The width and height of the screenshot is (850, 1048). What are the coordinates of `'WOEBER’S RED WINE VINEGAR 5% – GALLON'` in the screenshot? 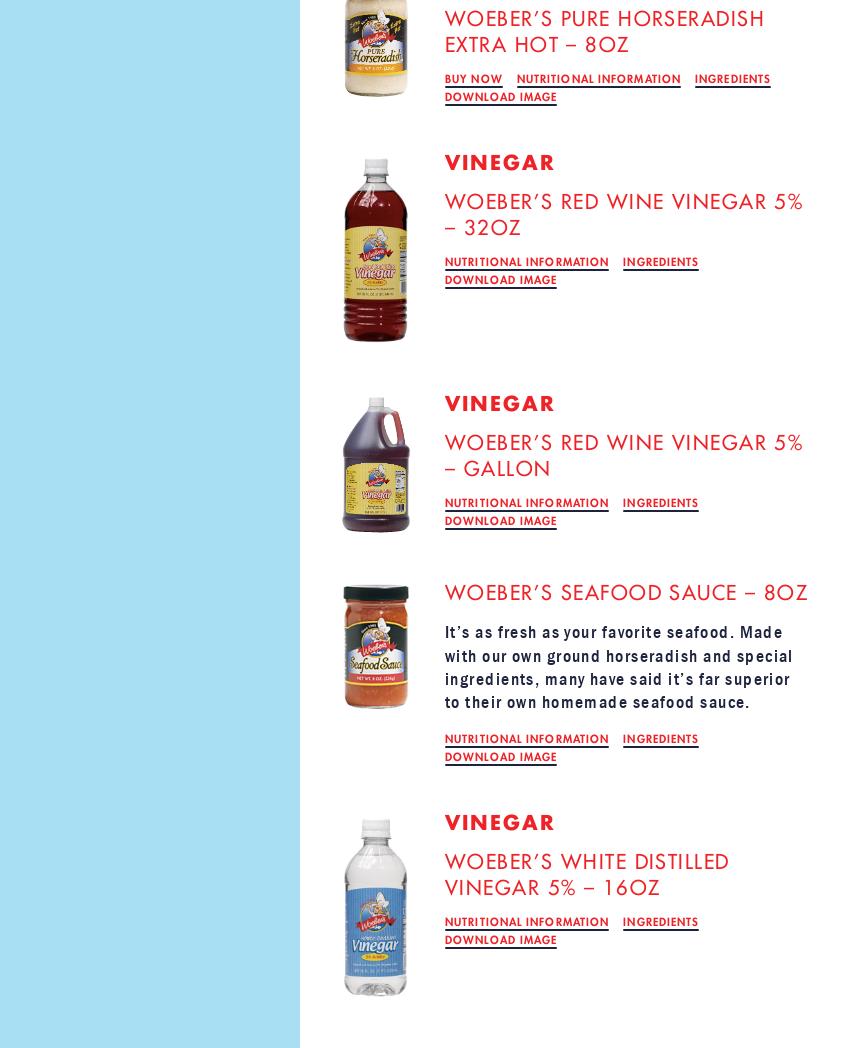 It's located at (622, 454).